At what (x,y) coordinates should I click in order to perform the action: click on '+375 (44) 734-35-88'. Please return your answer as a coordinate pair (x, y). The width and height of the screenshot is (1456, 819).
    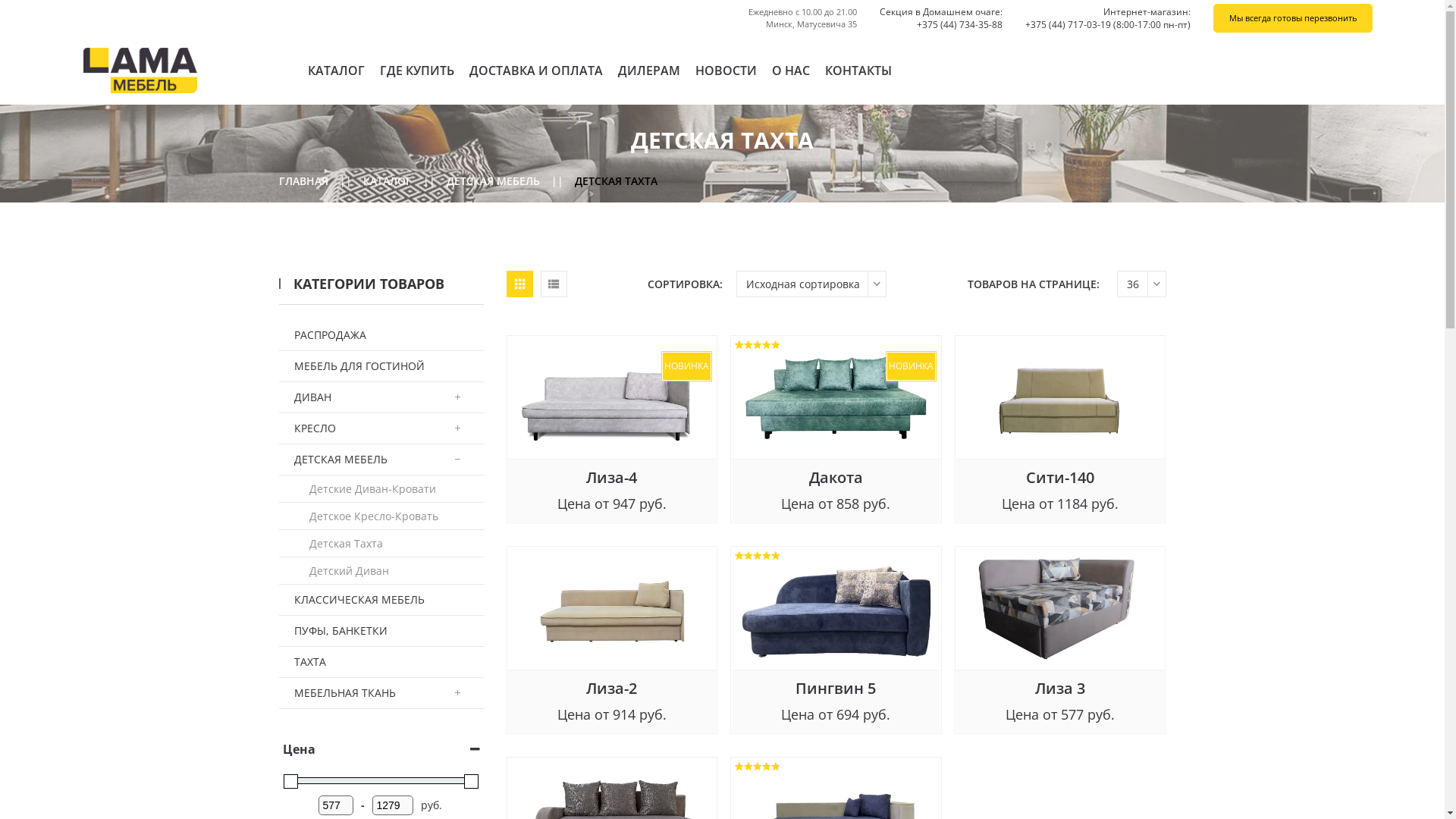
    Looking at the image, I should click on (916, 24).